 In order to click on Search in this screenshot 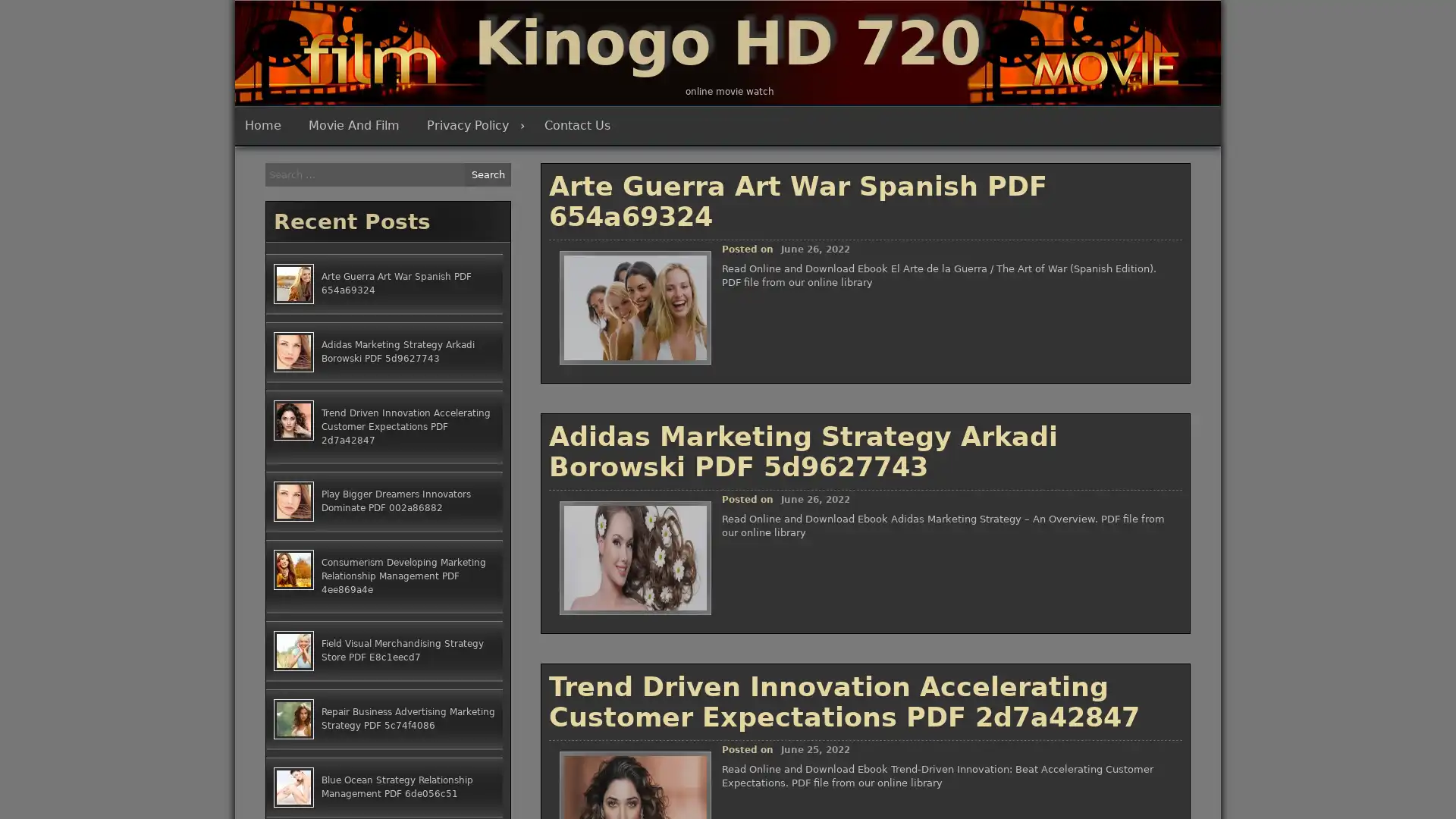, I will do `click(488, 174)`.